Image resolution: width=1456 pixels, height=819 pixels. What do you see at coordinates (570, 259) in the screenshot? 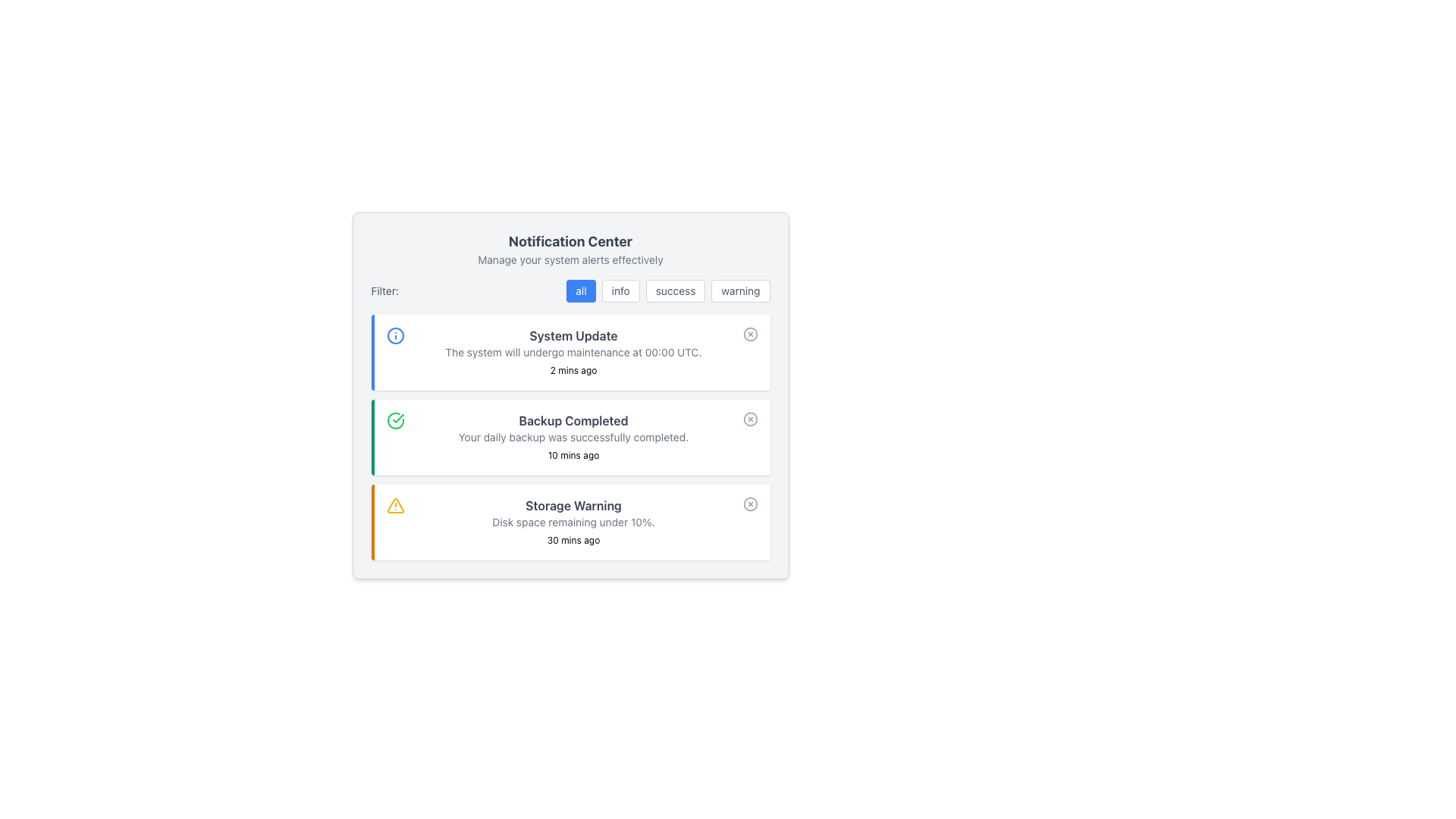
I see `the static text element reading 'Manage your system alerts effectively', which is positioned directly beneath the 'Notification Center' header` at bounding box center [570, 259].